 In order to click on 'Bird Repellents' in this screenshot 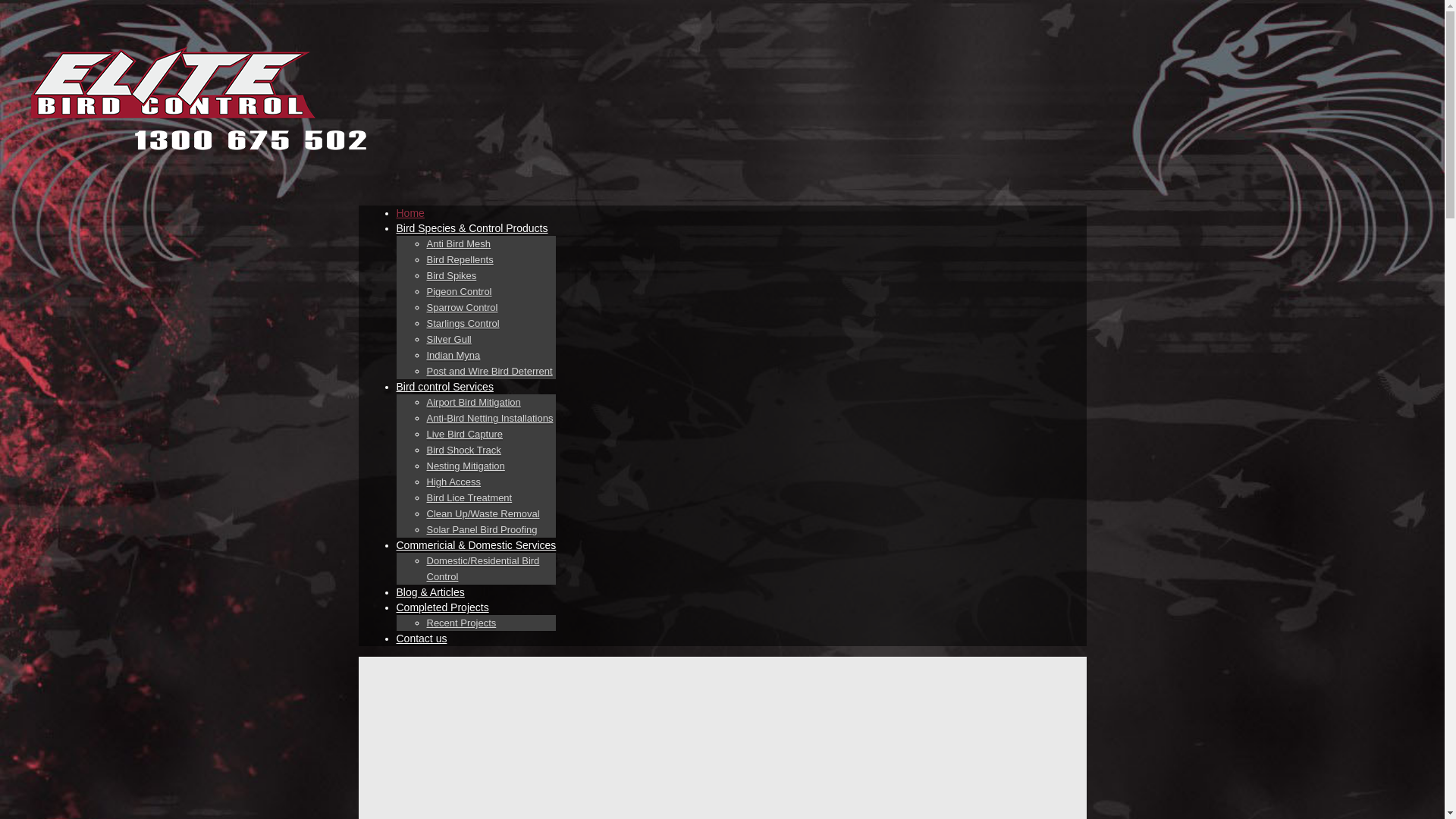, I will do `click(458, 259)`.